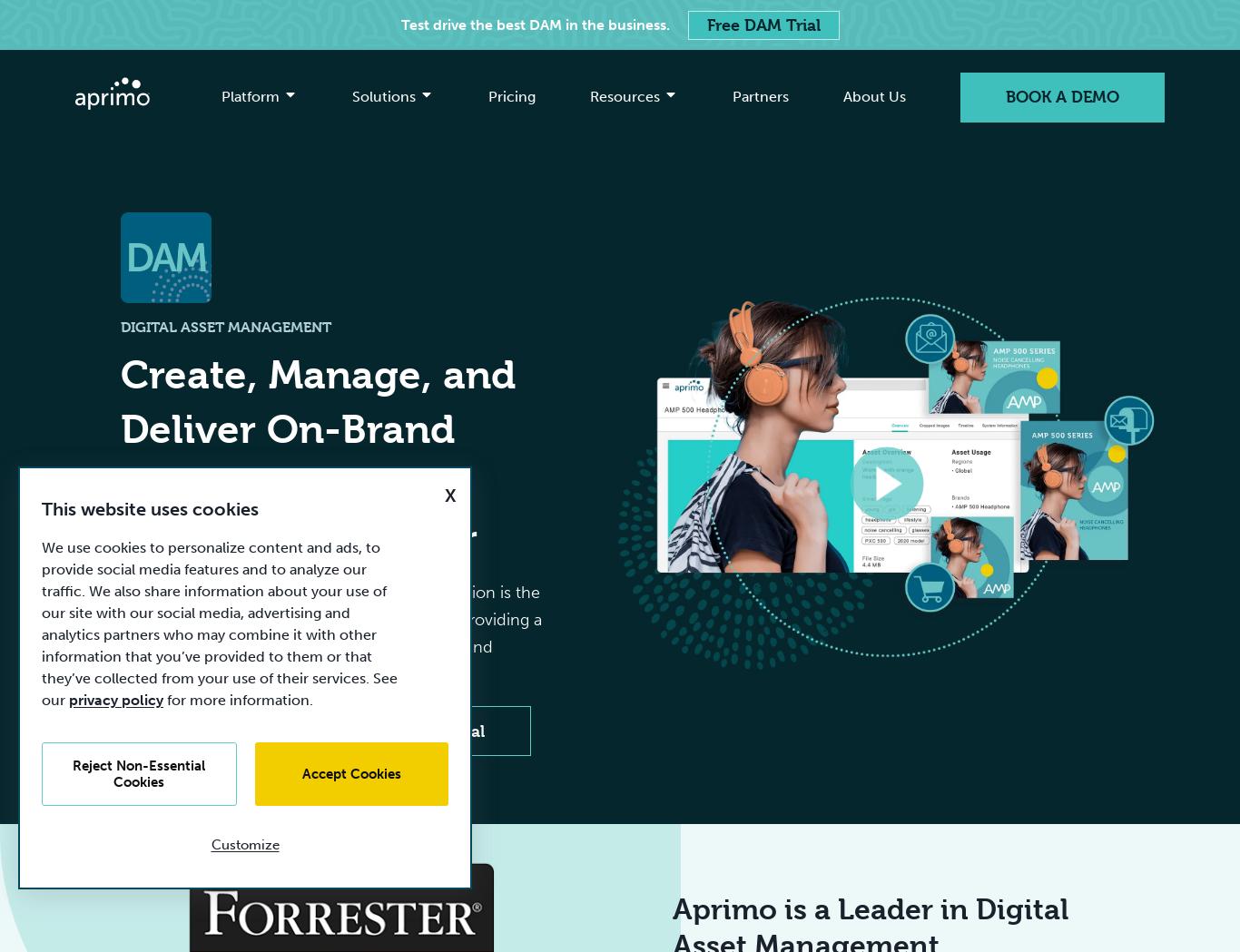 This screenshot has height=952, width=1240. What do you see at coordinates (258, 236) in the screenshot?
I see `'Financial Services'` at bounding box center [258, 236].